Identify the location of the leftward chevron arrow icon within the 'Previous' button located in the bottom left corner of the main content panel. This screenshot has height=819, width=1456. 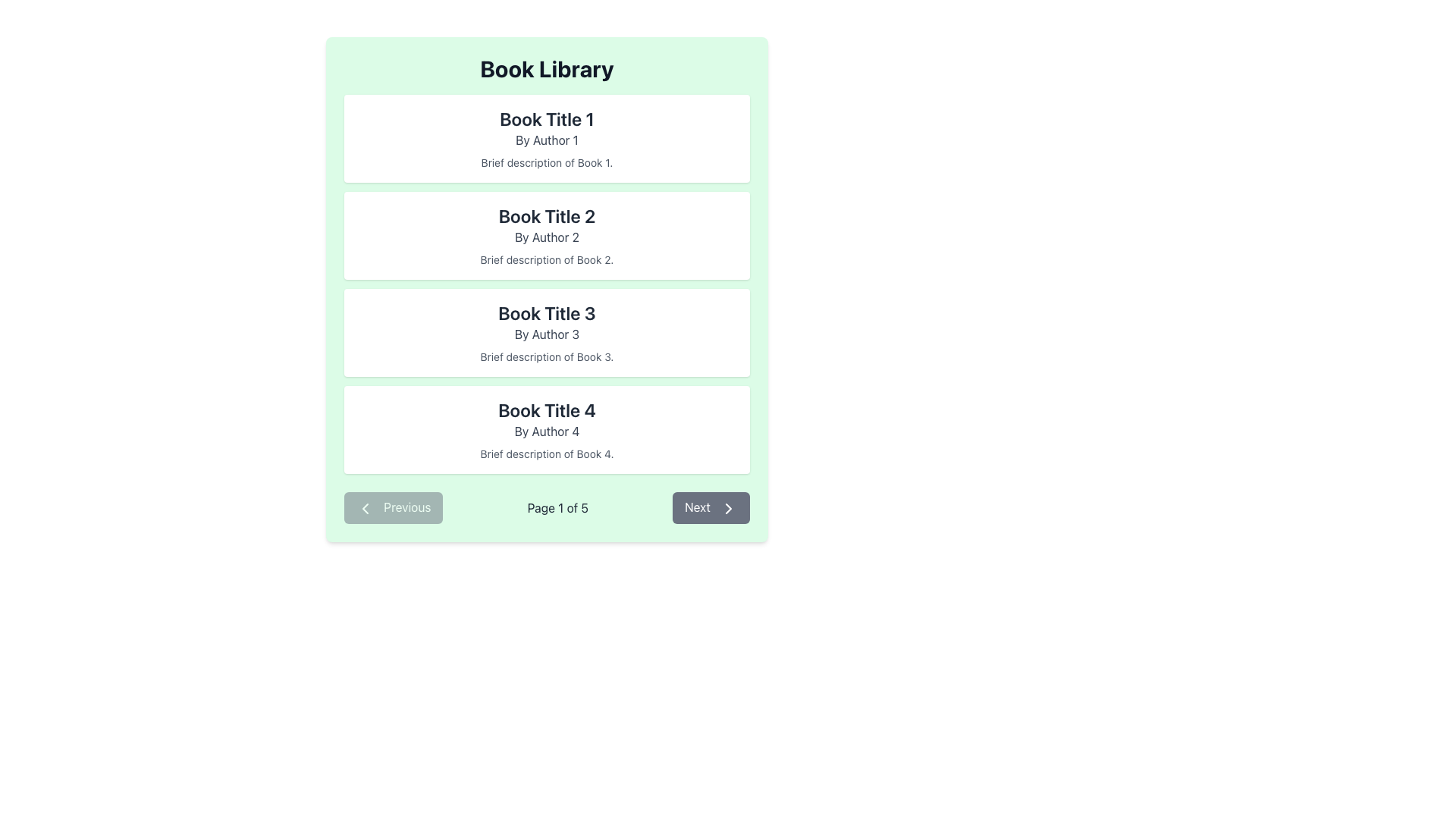
(365, 508).